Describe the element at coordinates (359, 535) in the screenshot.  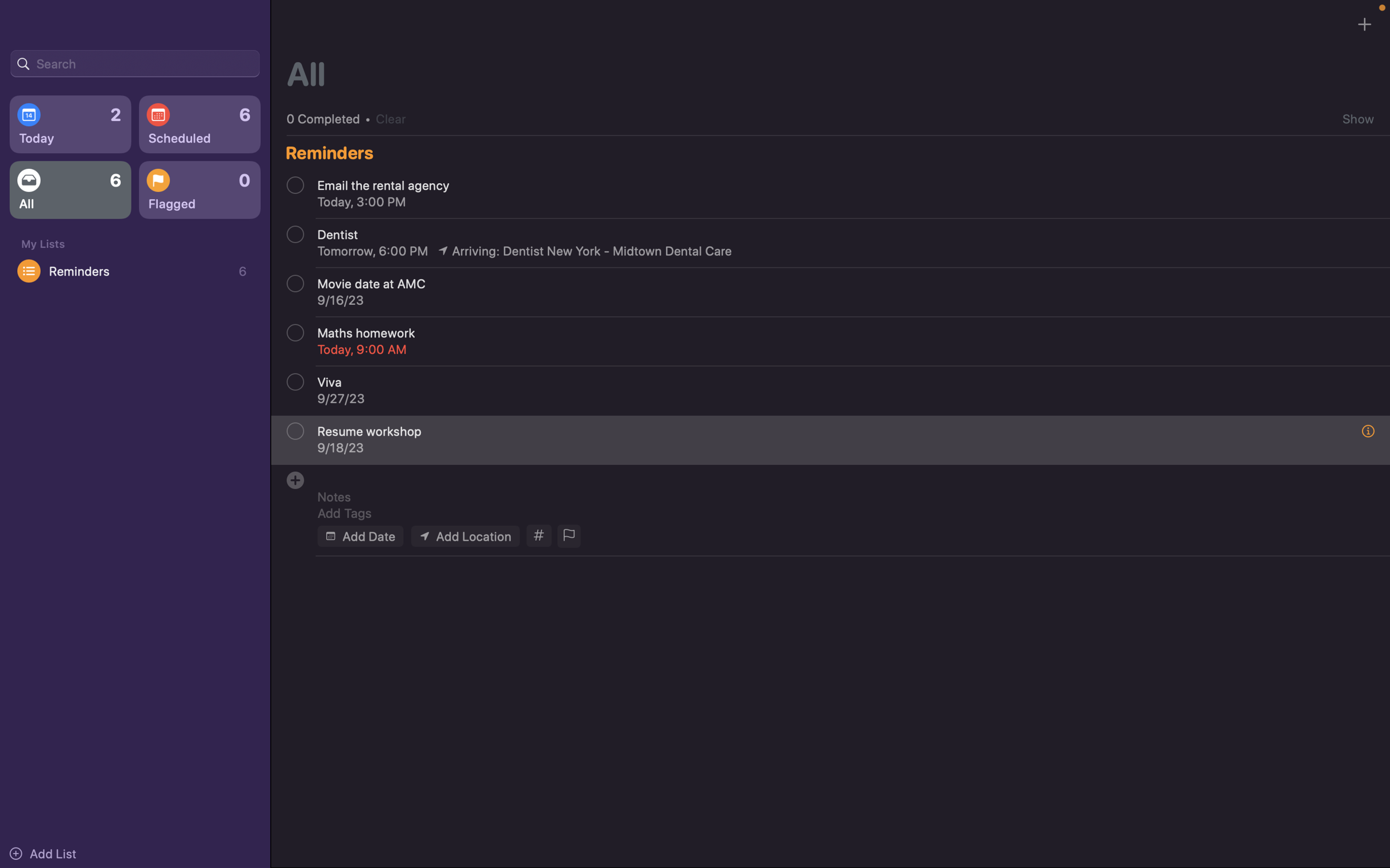
I see `Assign the current day"s date to a new task item` at that location.